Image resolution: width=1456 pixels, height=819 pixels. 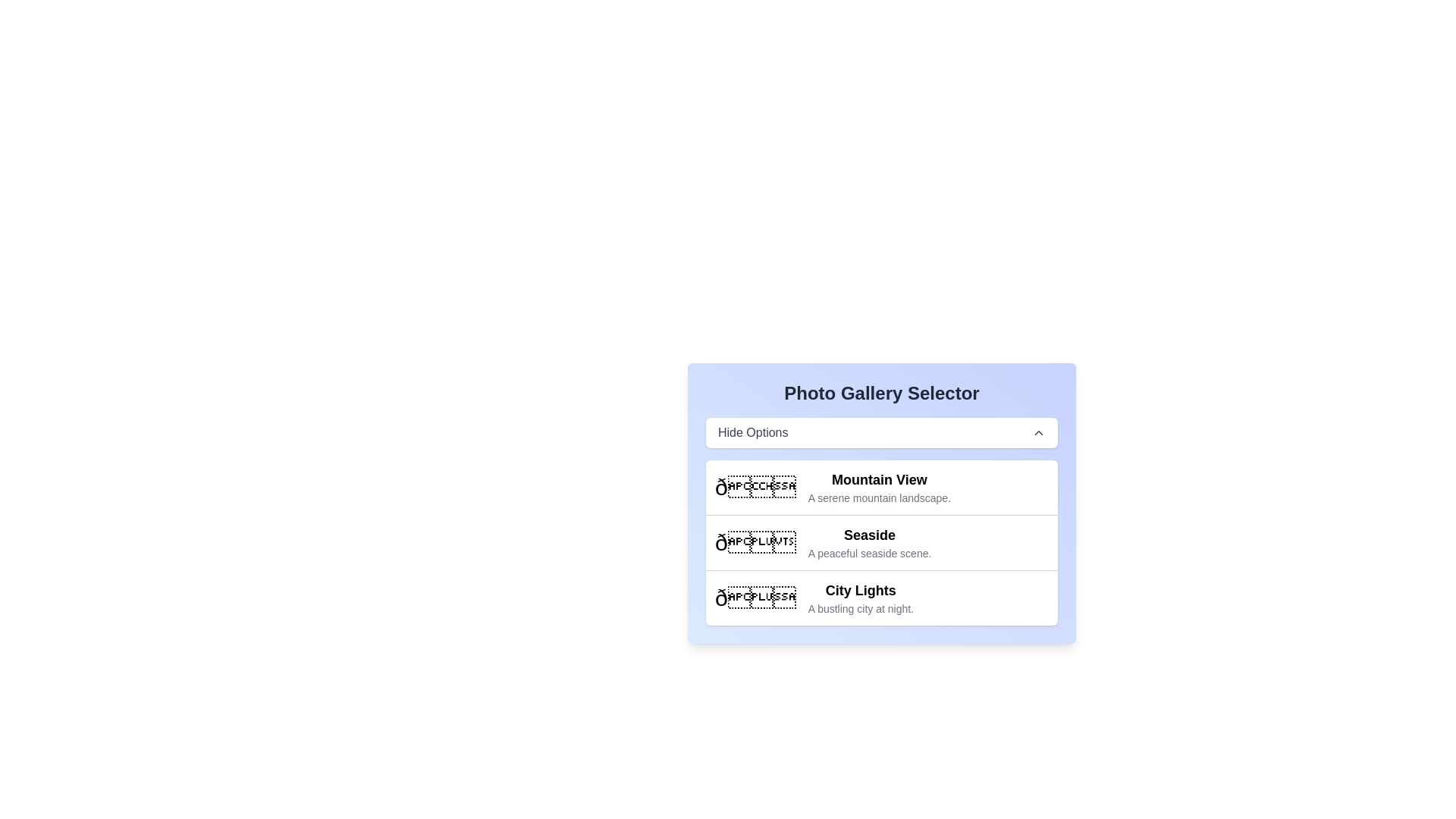 I want to click on text content of the descriptive text label positioned below 'City Lights' in the Photo Gallery Selector interface, so click(x=861, y=607).